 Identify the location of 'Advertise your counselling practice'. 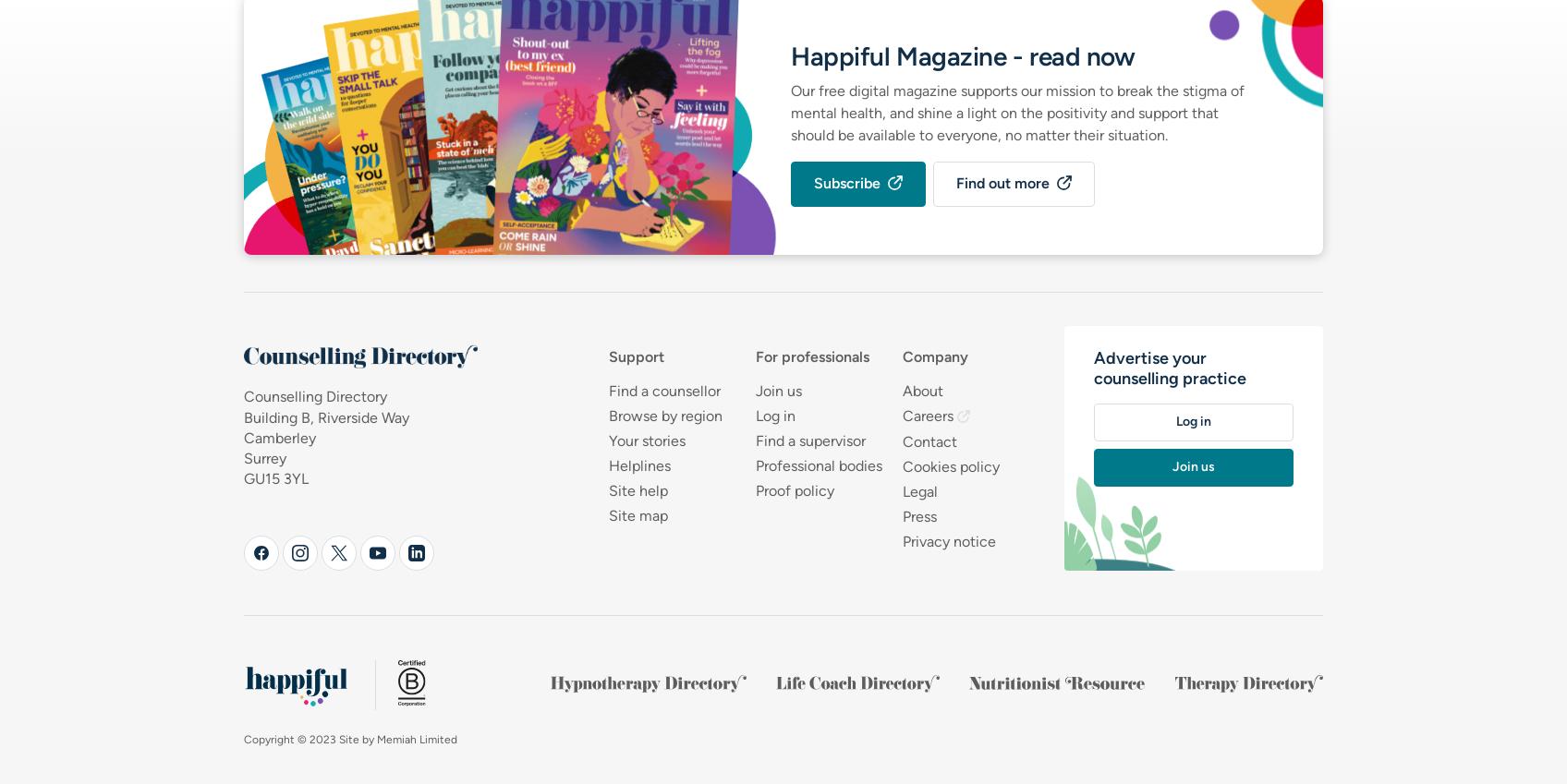
(1168, 368).